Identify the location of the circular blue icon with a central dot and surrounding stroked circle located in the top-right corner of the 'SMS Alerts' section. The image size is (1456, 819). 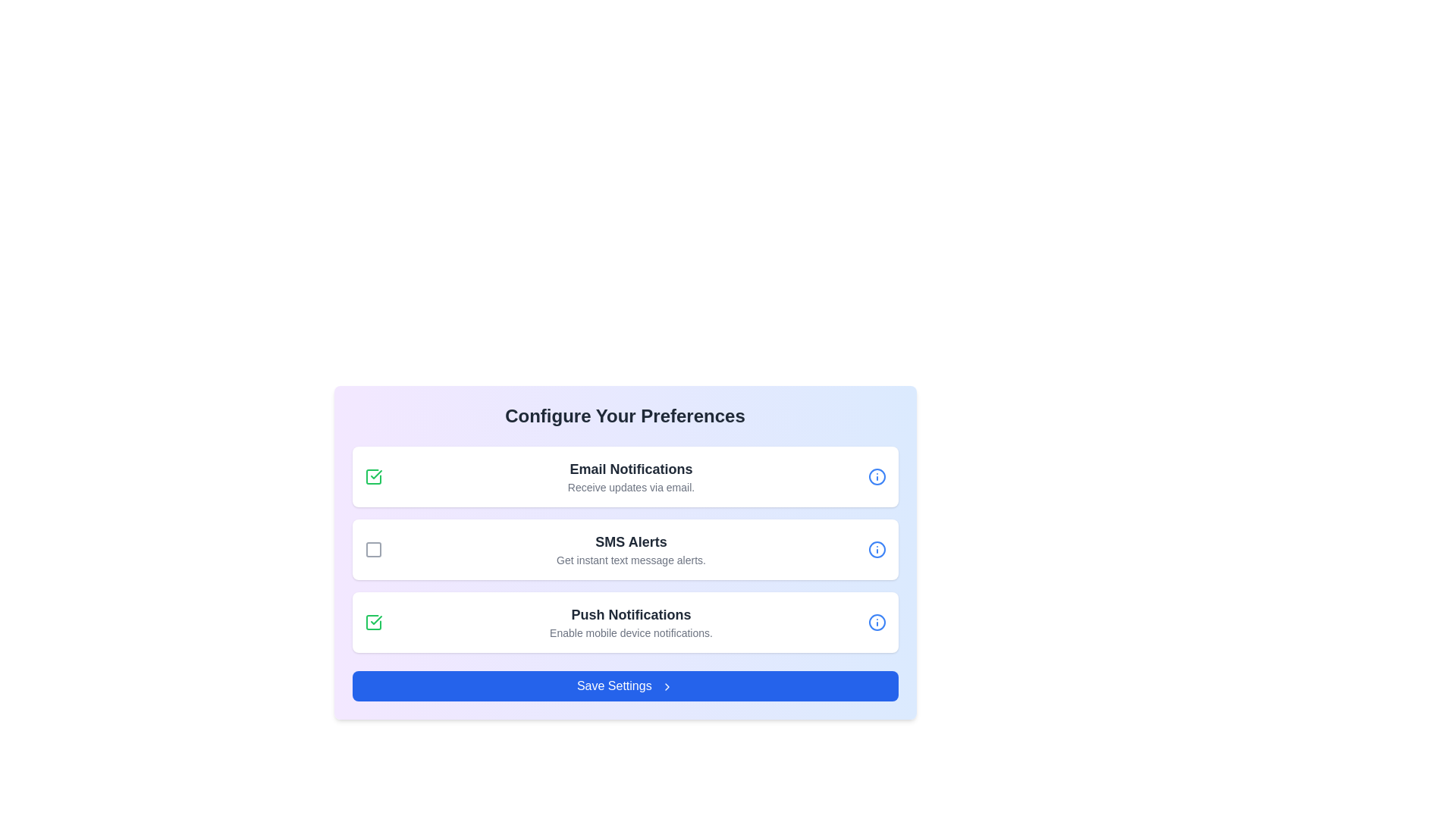
(877, 550).